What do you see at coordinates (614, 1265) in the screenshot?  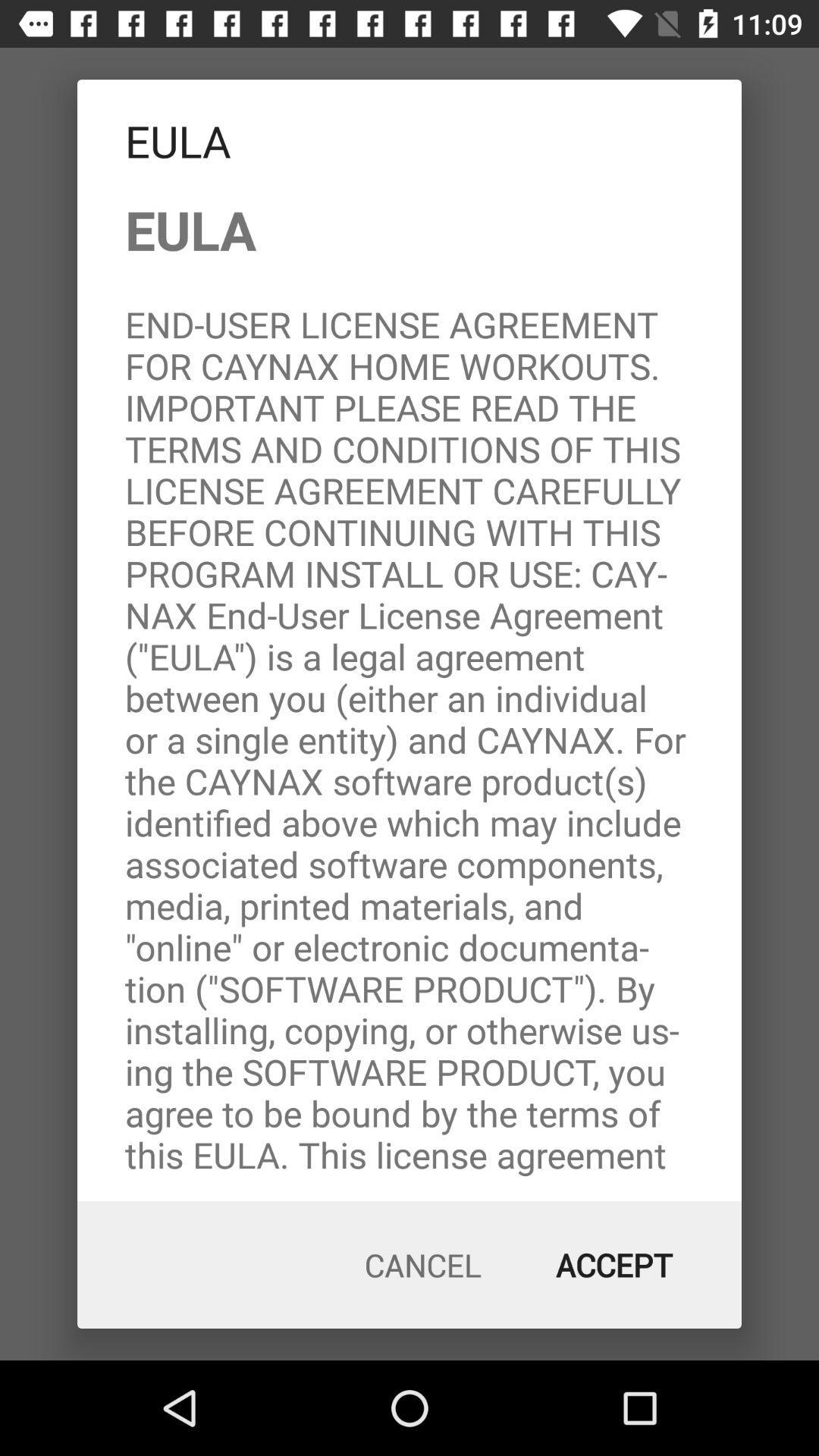 I see `icon to the right of cancel item` at bounding box center [614, 1265].